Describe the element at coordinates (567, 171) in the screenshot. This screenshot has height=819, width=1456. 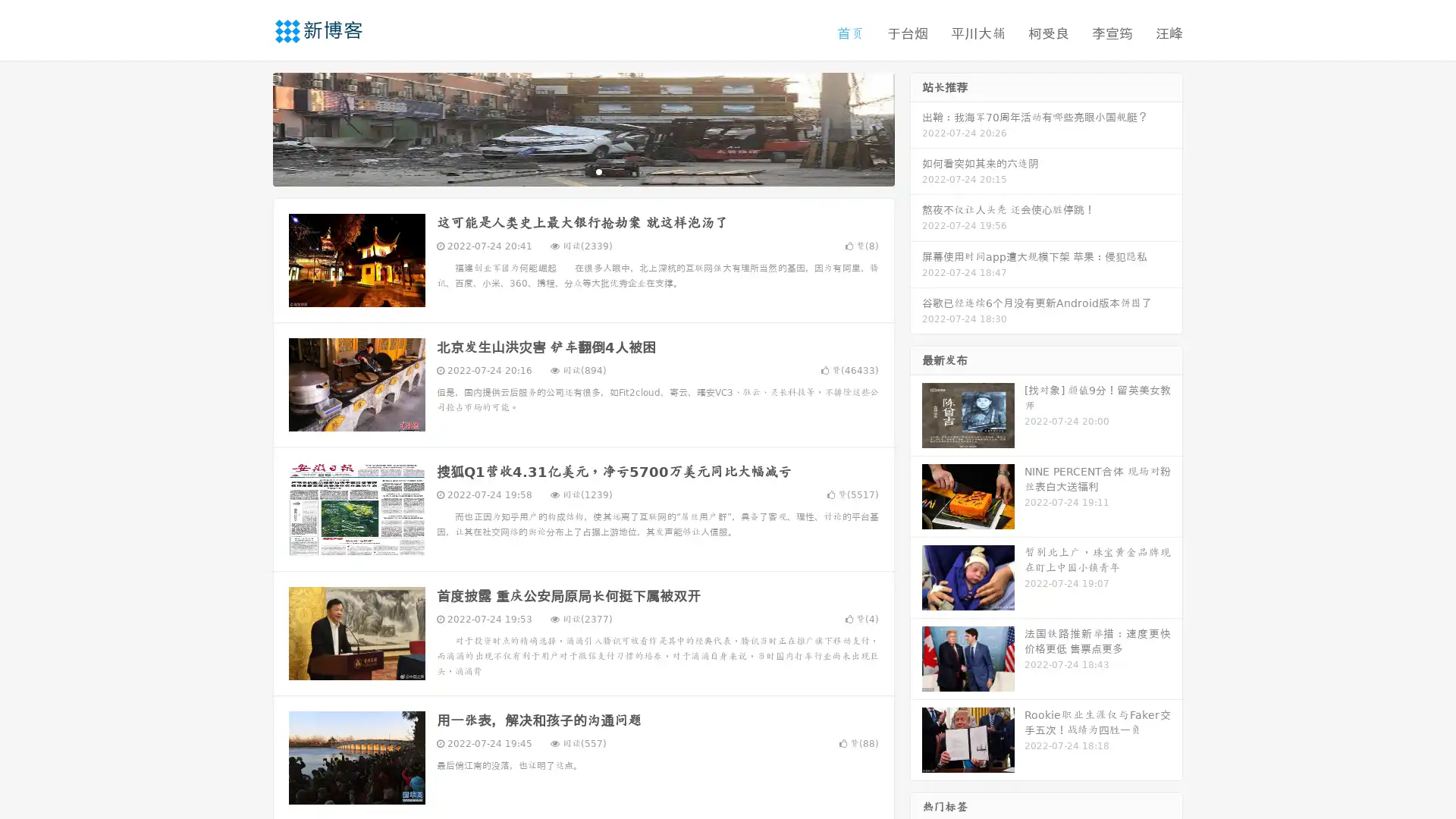
I see `Go to slide 1` at that location.